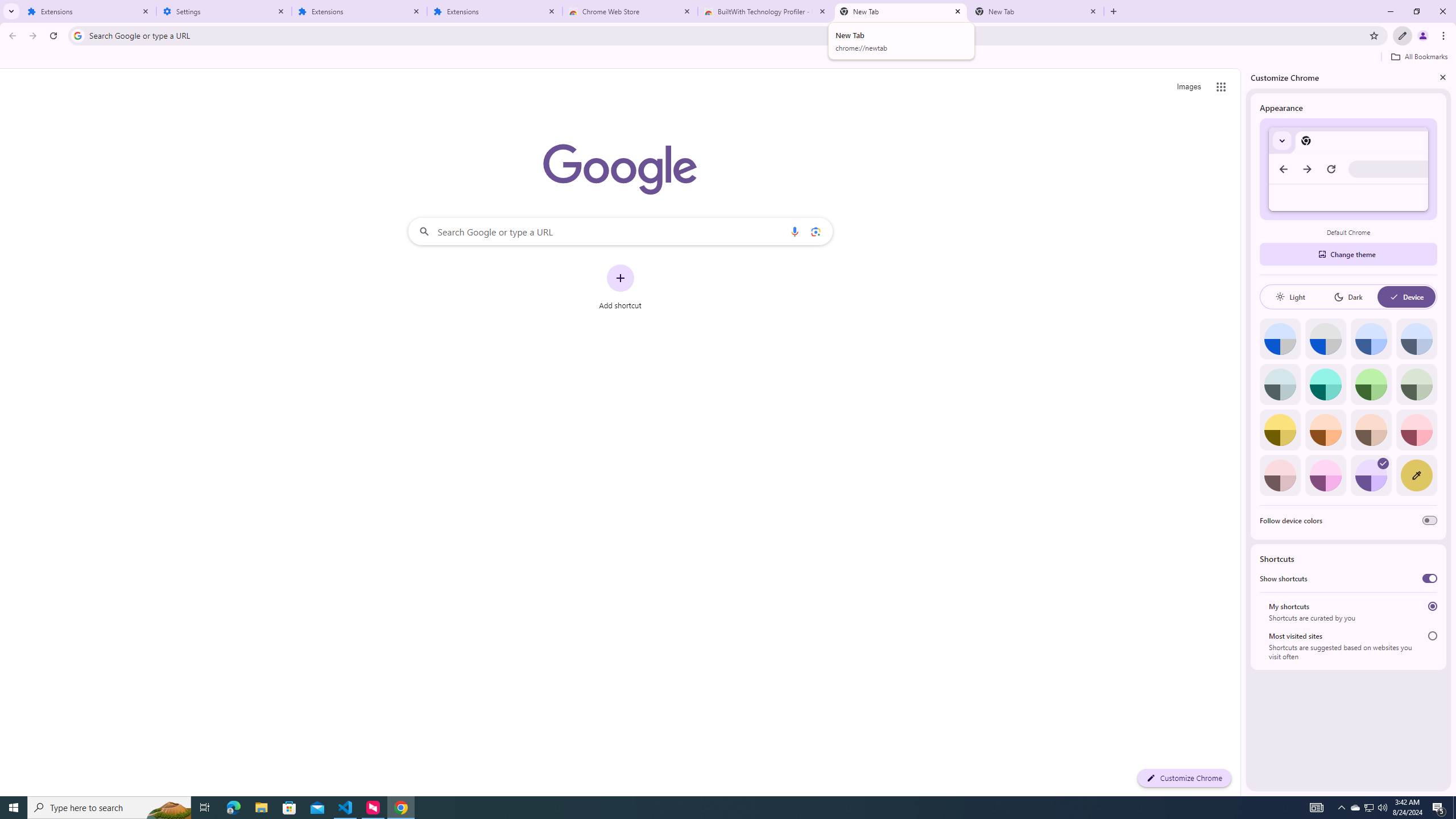 The width and height of the screenshot is (1456, 819). Describe the element at coordinates (1371, 429) in the screenshot. I see `'Apricot'` at that location.